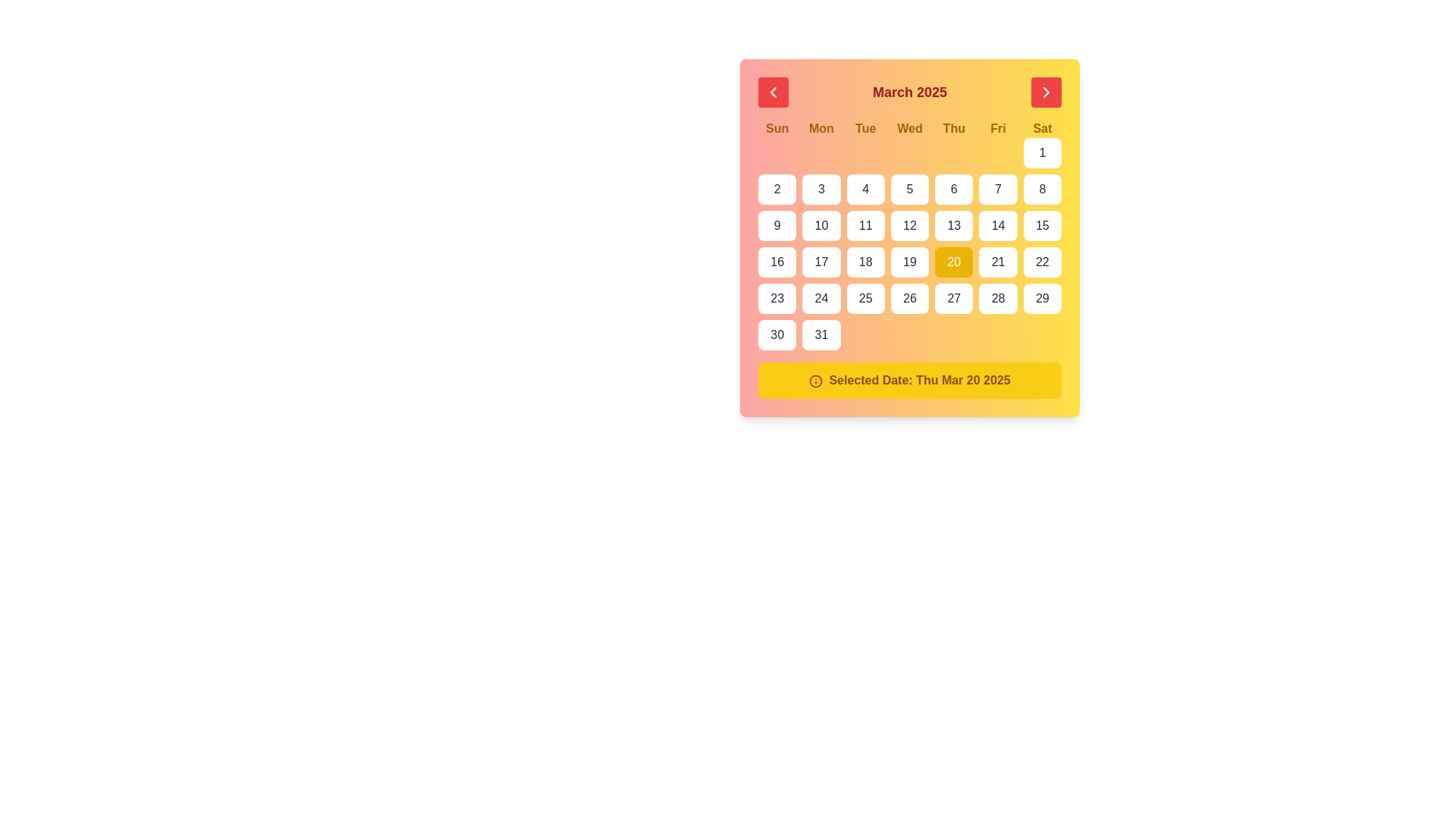 The image size is (1456, 819). What do you see at coordinates (865, 298) in the screenshot?
I see `from the button representing the date '25' in the March 2025 calendar` at bounding box center [865, 298].